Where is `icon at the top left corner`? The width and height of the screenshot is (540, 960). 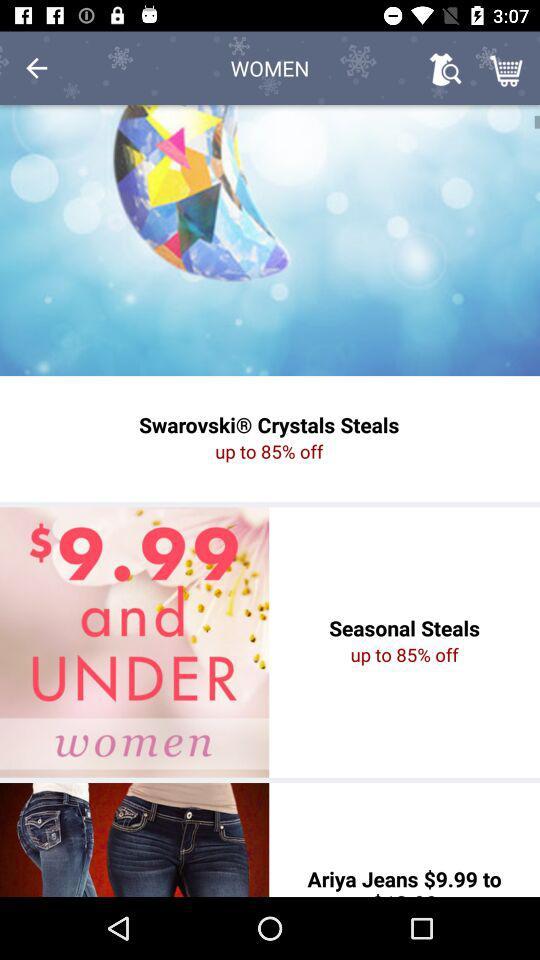 icon at the top left corner is located at coordinates (36, 68).